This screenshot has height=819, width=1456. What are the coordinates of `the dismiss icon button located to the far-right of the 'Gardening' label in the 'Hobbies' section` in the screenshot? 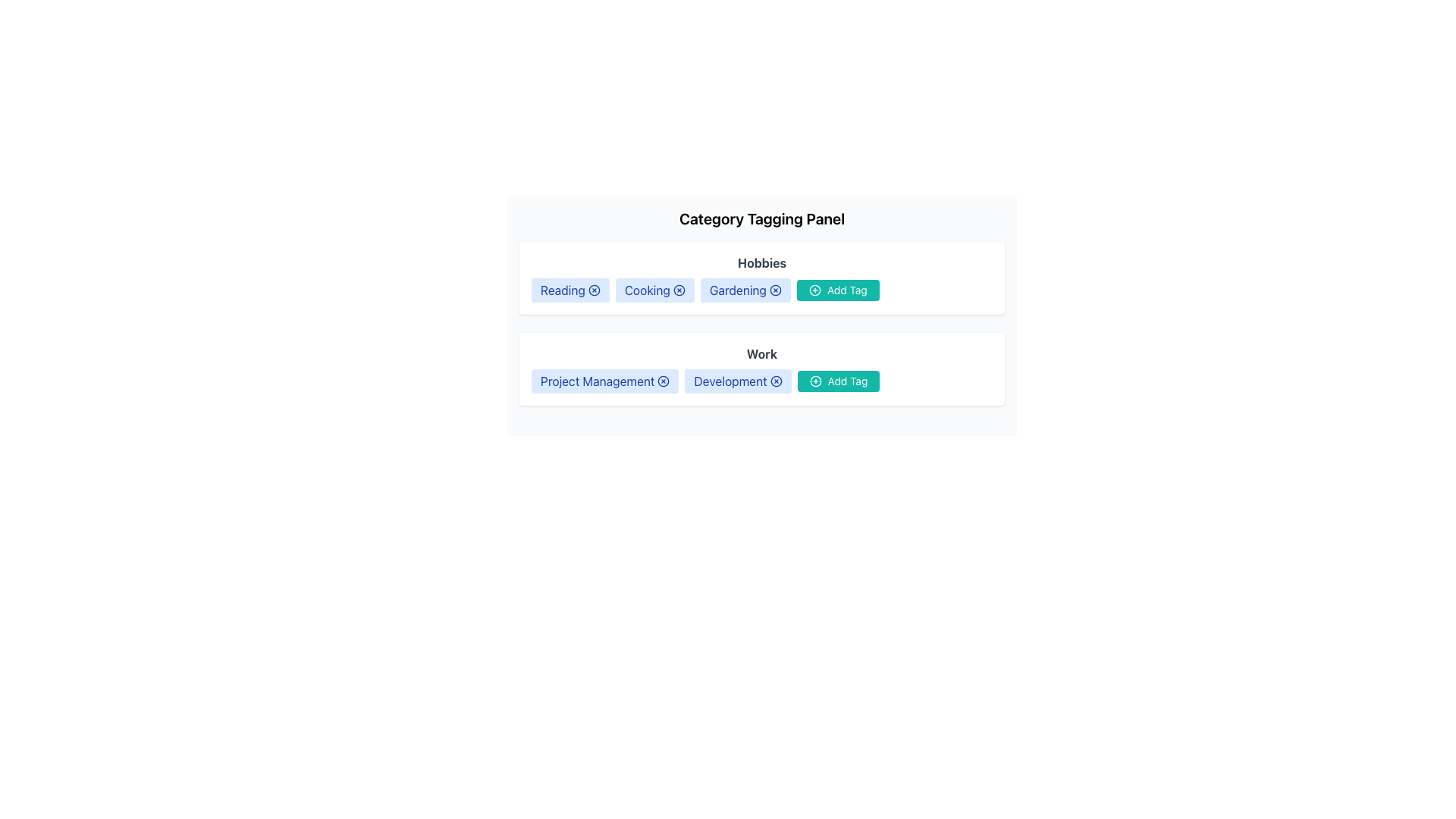 It's located at (775, 290).